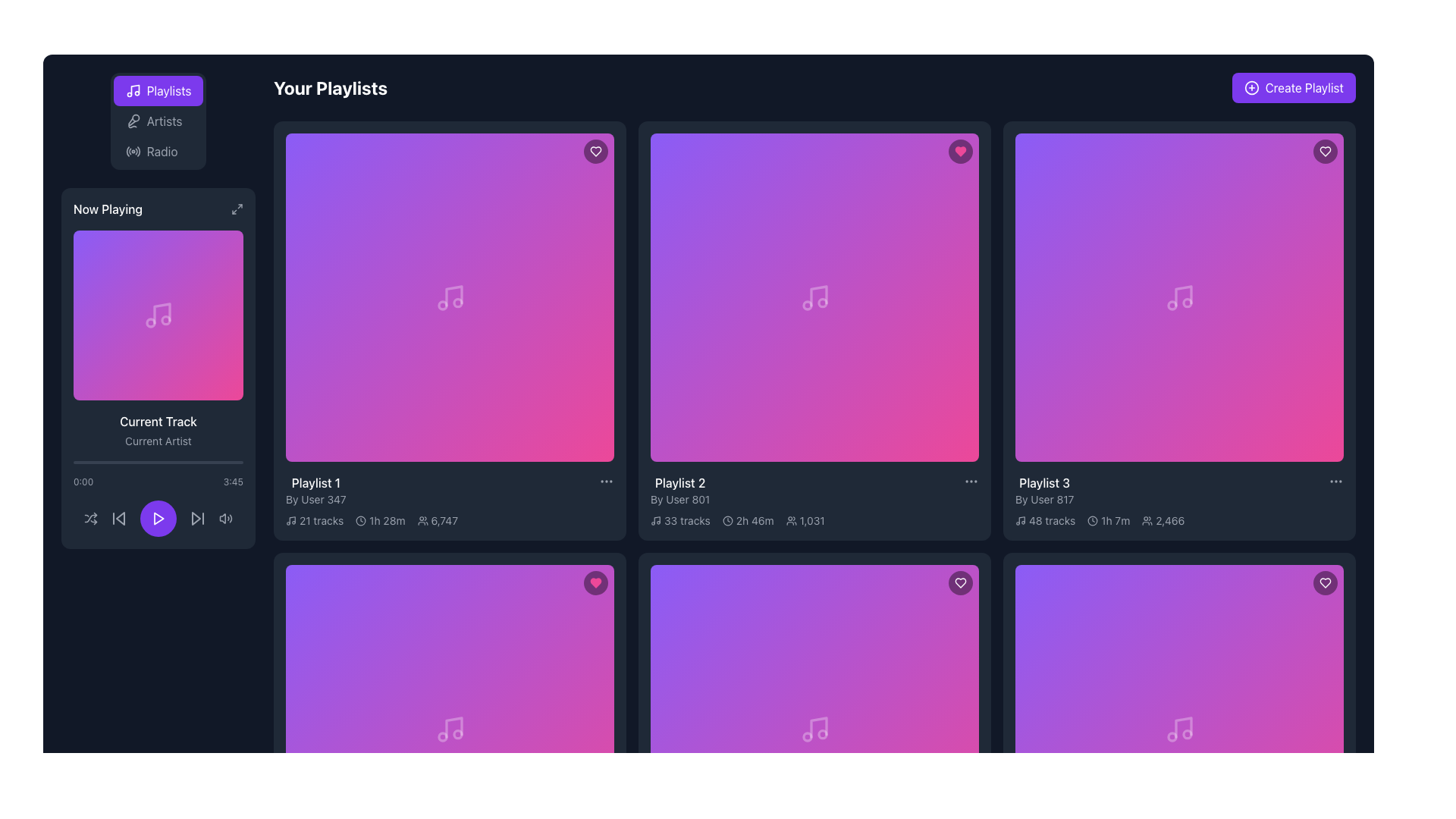  I want to click on the informational label with the text '1,031' and the icon depicting a group of people, located within the card for 'Playlist 2' next to the duration label, so click(805, 519).